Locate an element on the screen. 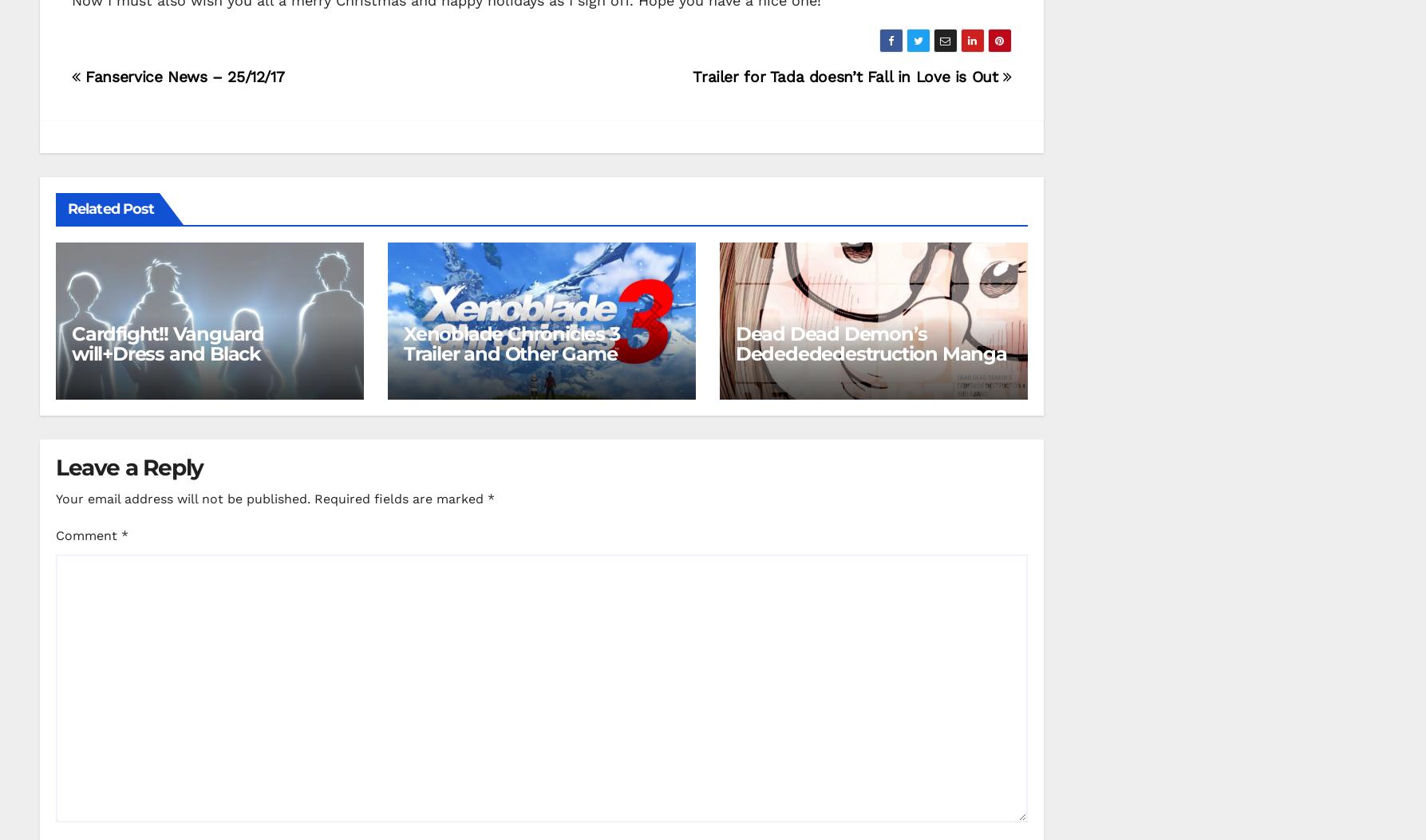 This screenshot has height=840, width=1426. 'Xenoblade Chronicles 3 Trailer and Other Game Trailers' is located at coordinates (403, 352).